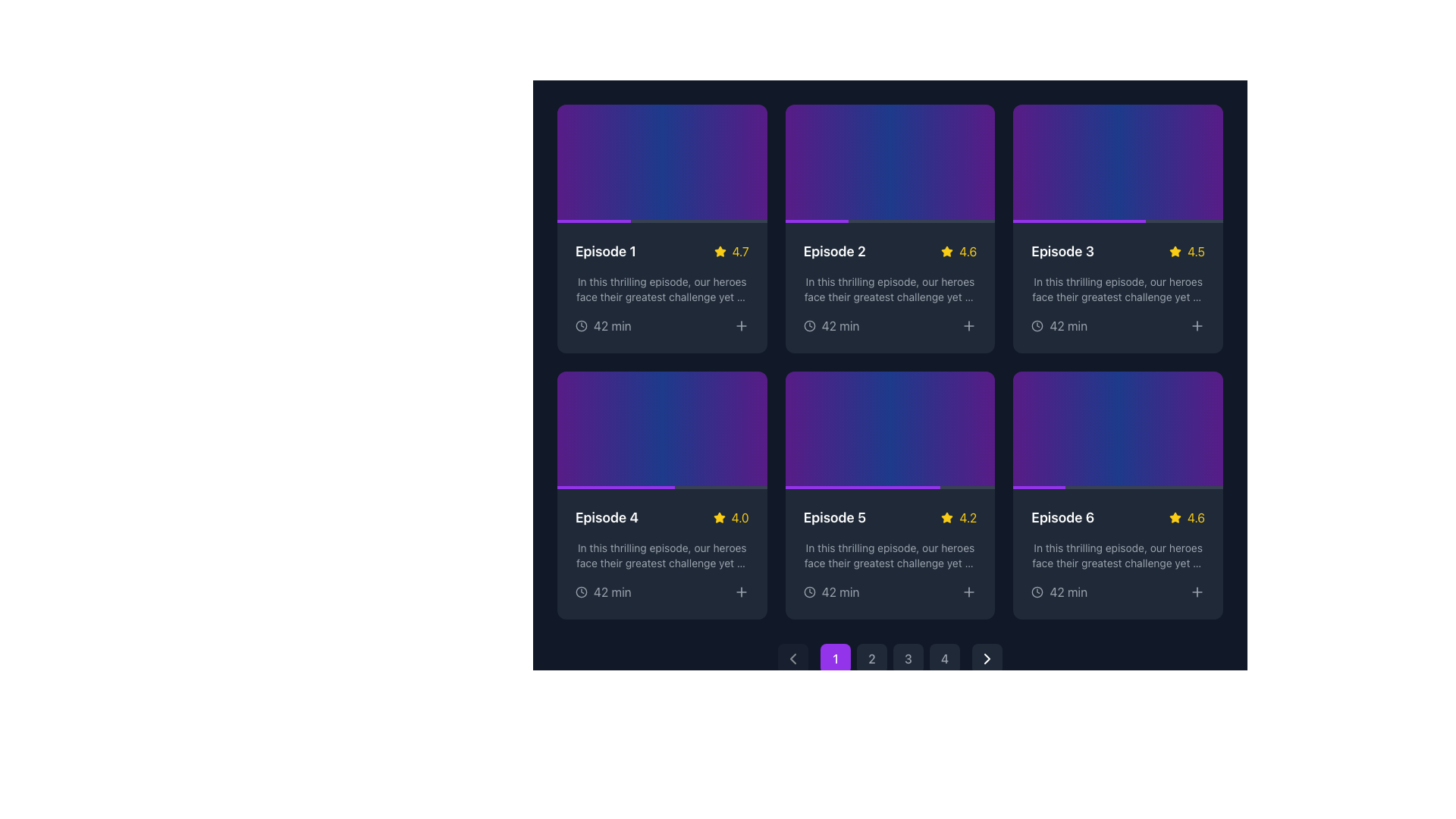 The height and width of the screenshot is (819, 1456). Describe the element at coordinates (616, 488) in the screenshot. I see `the progress indication represented by the filled segment of the progress bar for 'Episode 4' located at the bottom of the card` at that location.